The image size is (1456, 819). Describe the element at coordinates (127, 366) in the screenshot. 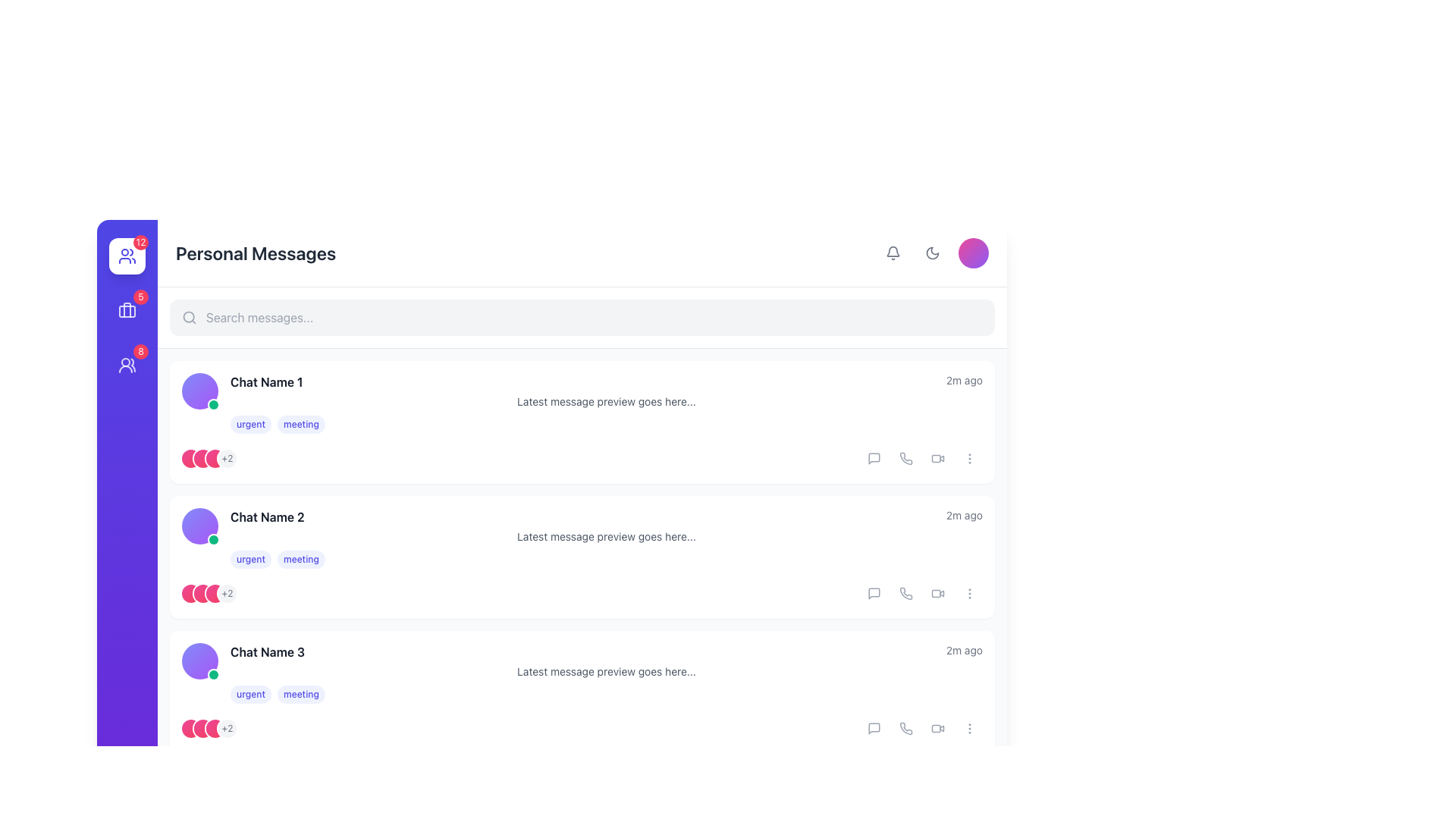

I see `the user groups icon in the third position of the vertical stack in the purple sidebar navigation menu` at that location.